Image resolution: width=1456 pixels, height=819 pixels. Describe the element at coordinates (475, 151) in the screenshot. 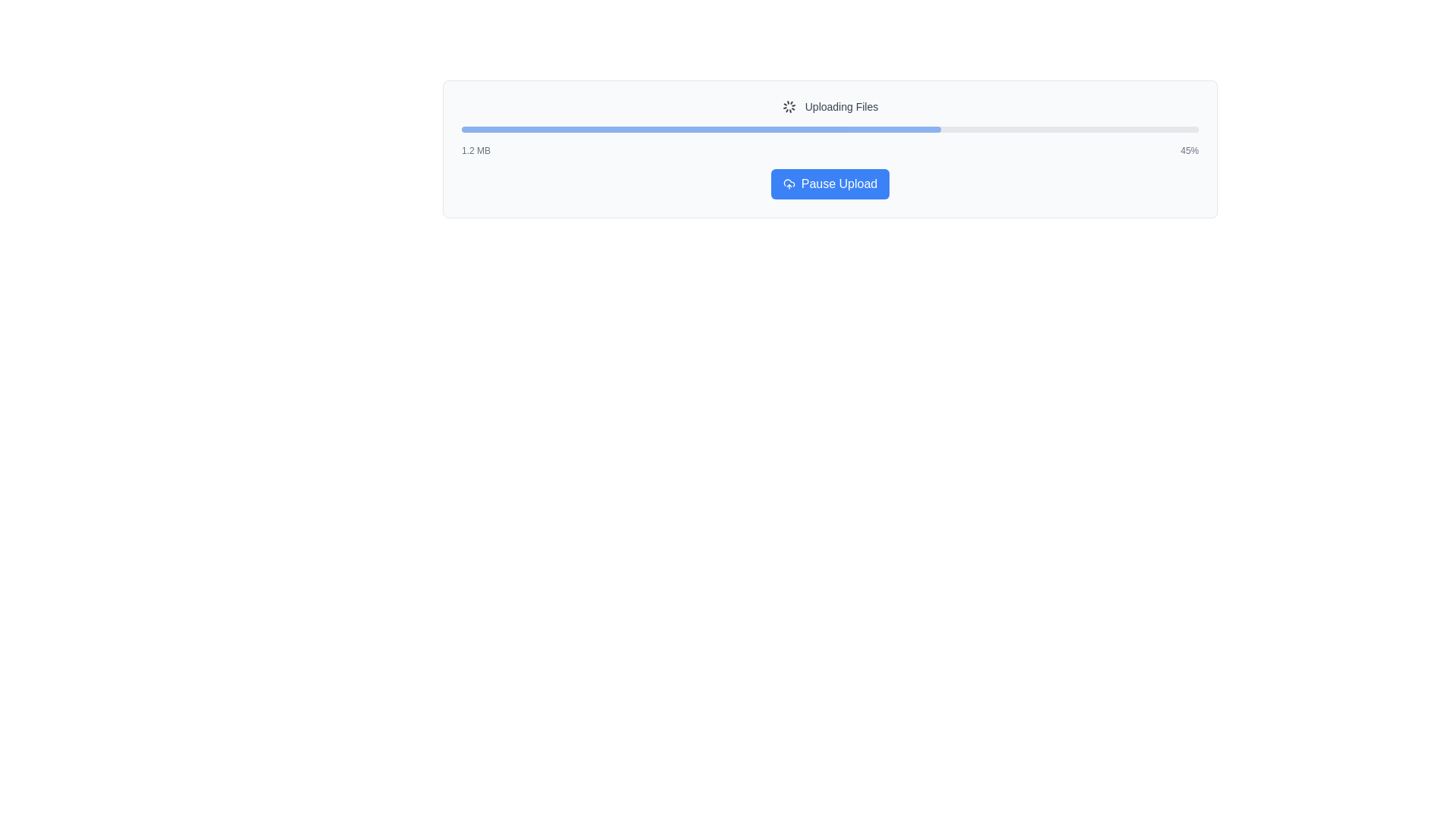

I see `the Text Label that informs users about the file's size during the upload process, located to the left of the file upload status bar` at that location.